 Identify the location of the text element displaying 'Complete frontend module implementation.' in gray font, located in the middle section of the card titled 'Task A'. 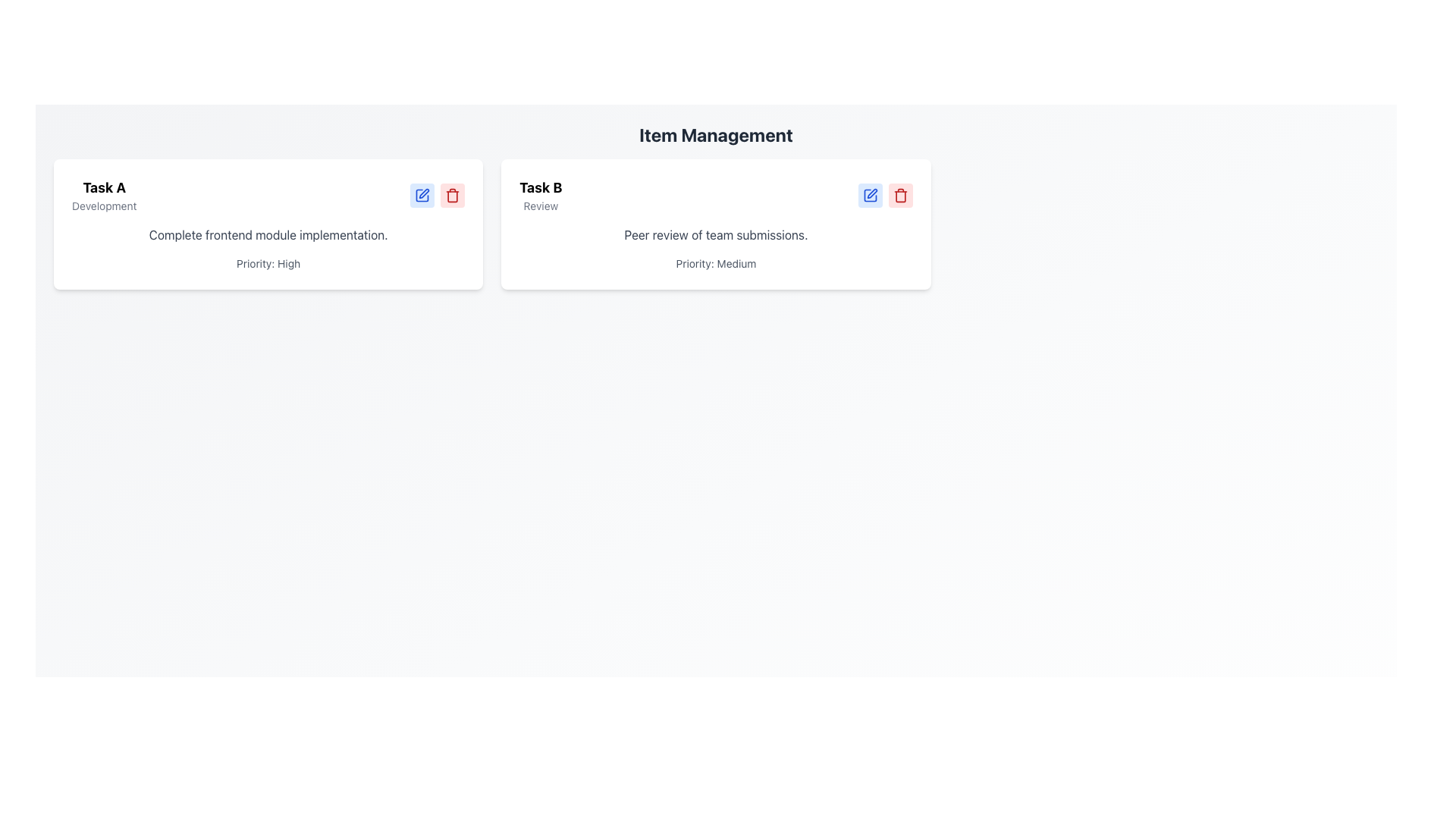
(268, 234).